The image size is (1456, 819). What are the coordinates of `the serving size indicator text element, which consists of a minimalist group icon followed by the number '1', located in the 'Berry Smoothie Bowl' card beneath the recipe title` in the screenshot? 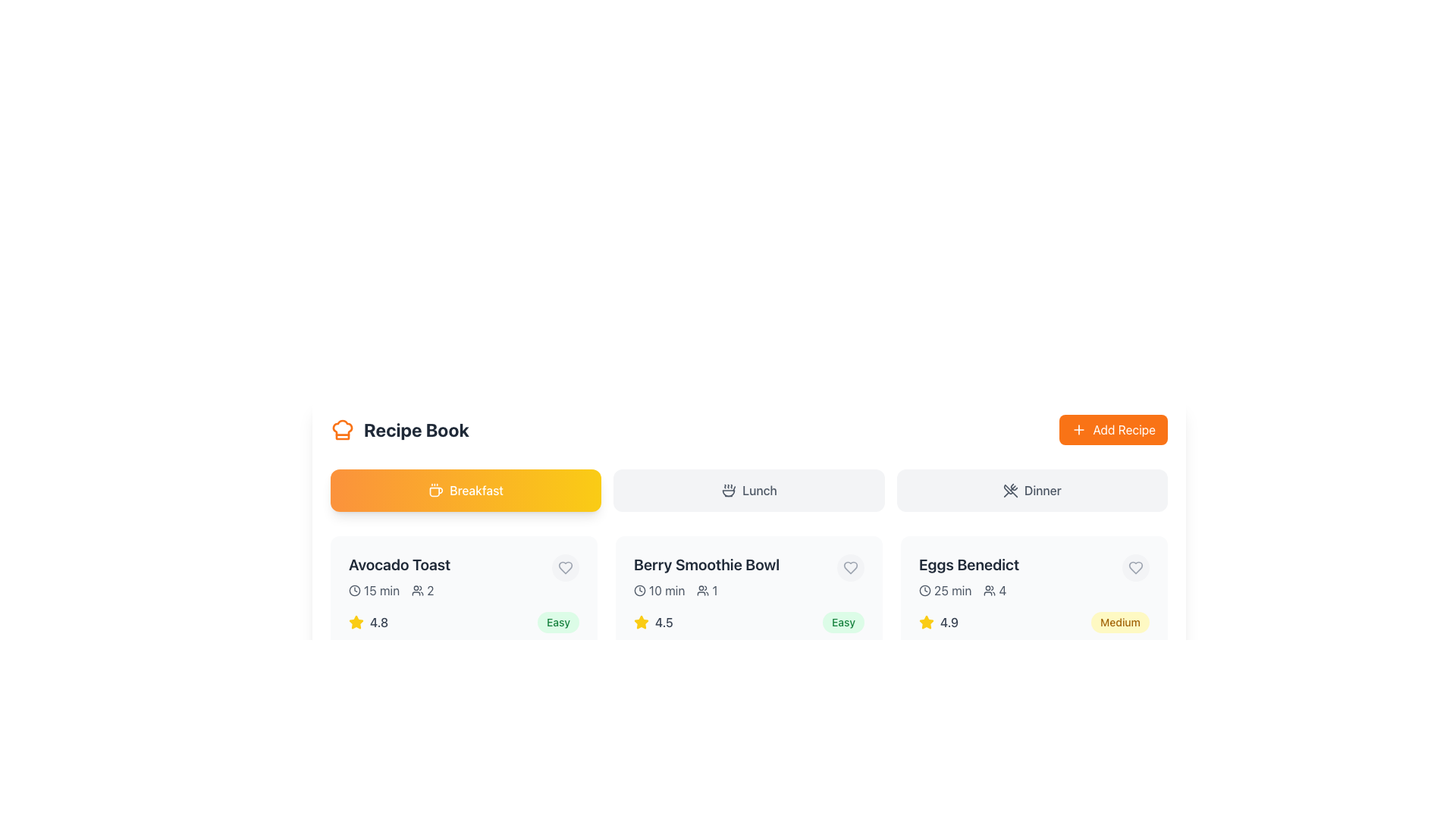 It's located at (706, 590).